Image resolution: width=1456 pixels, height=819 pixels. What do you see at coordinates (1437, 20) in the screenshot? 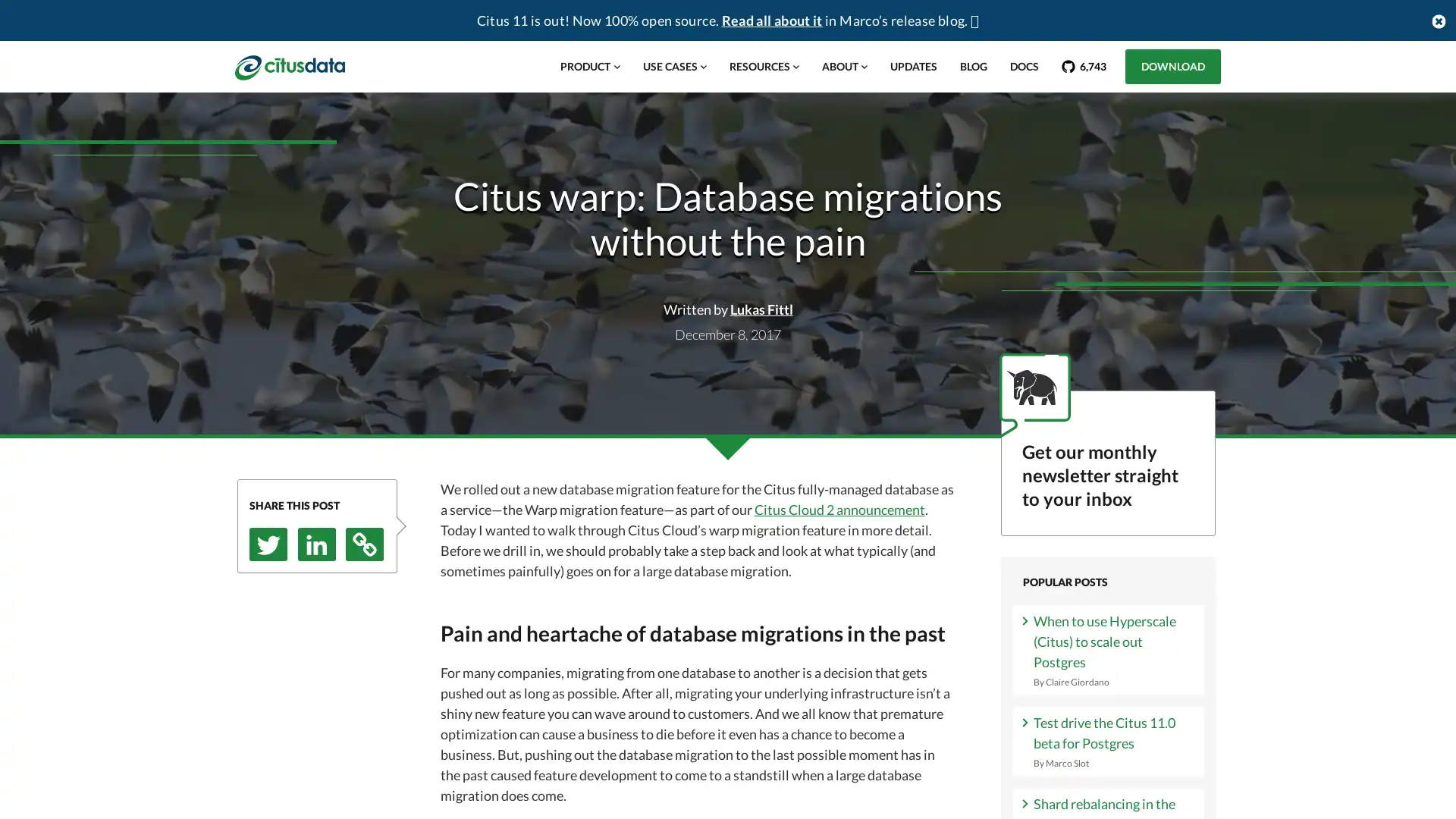
I see `Close notification bar button` at bounding box center [1437, 20].